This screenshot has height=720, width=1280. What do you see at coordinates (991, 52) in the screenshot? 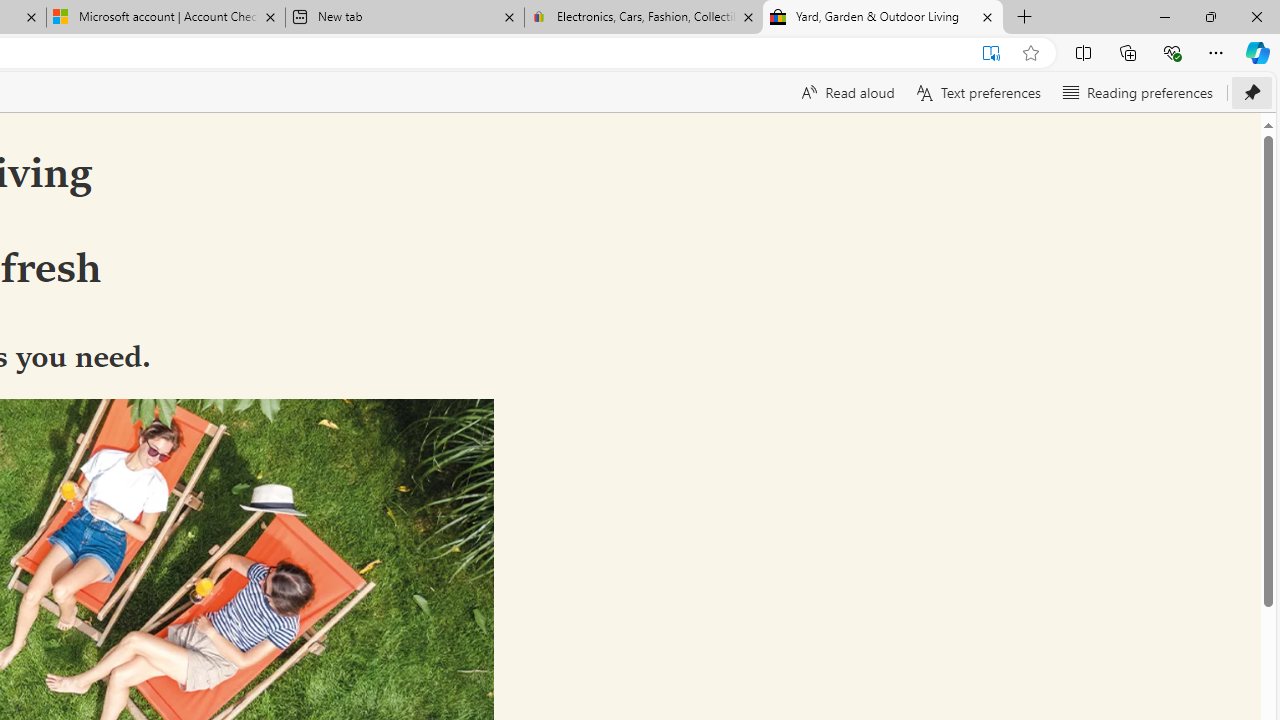
I see `'Exit Immersive Reader (F9)'` at bounding box center [991, 52].